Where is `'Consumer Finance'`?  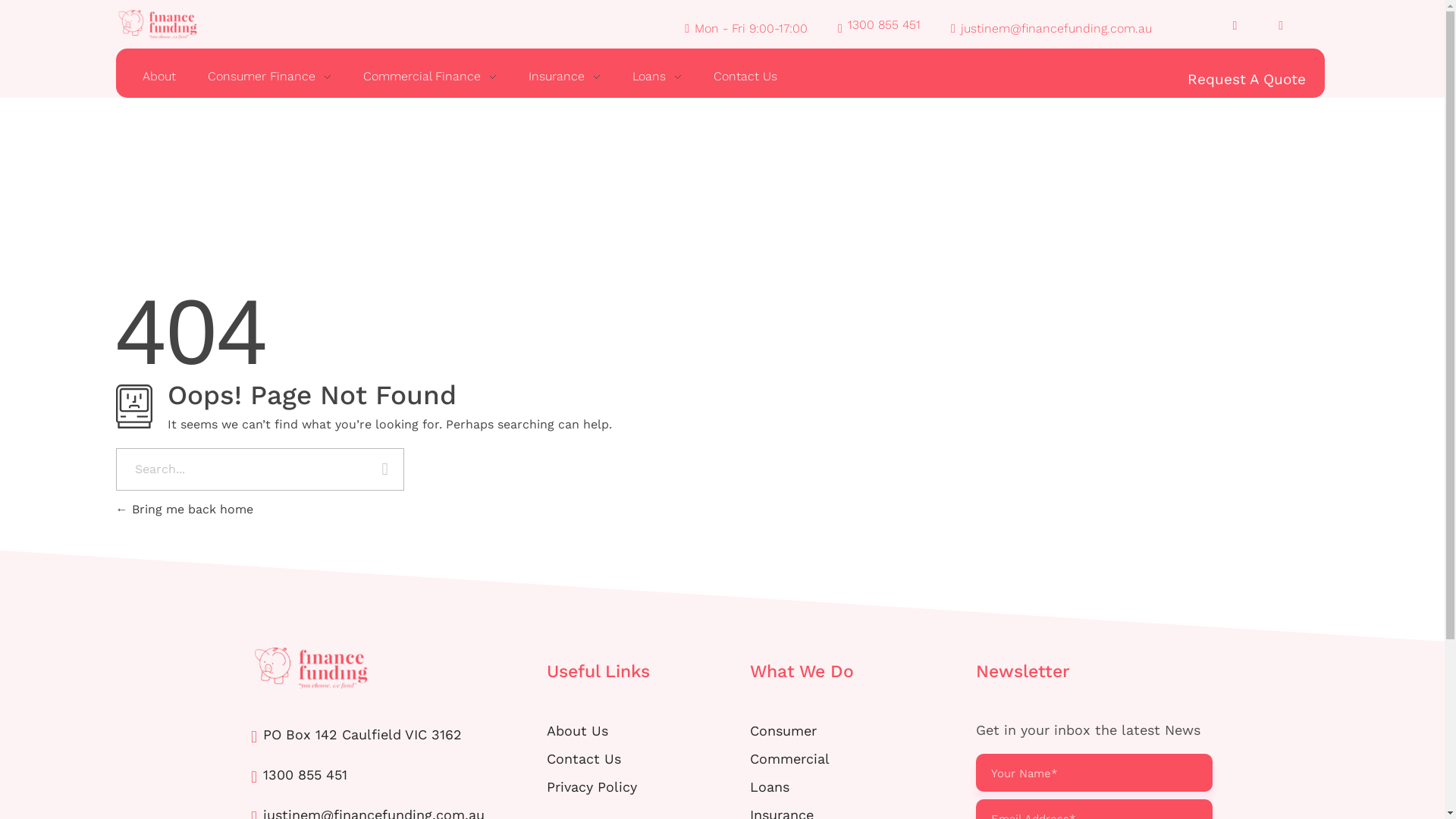
'Consumer Finance' is located at coordinates (268, 76).